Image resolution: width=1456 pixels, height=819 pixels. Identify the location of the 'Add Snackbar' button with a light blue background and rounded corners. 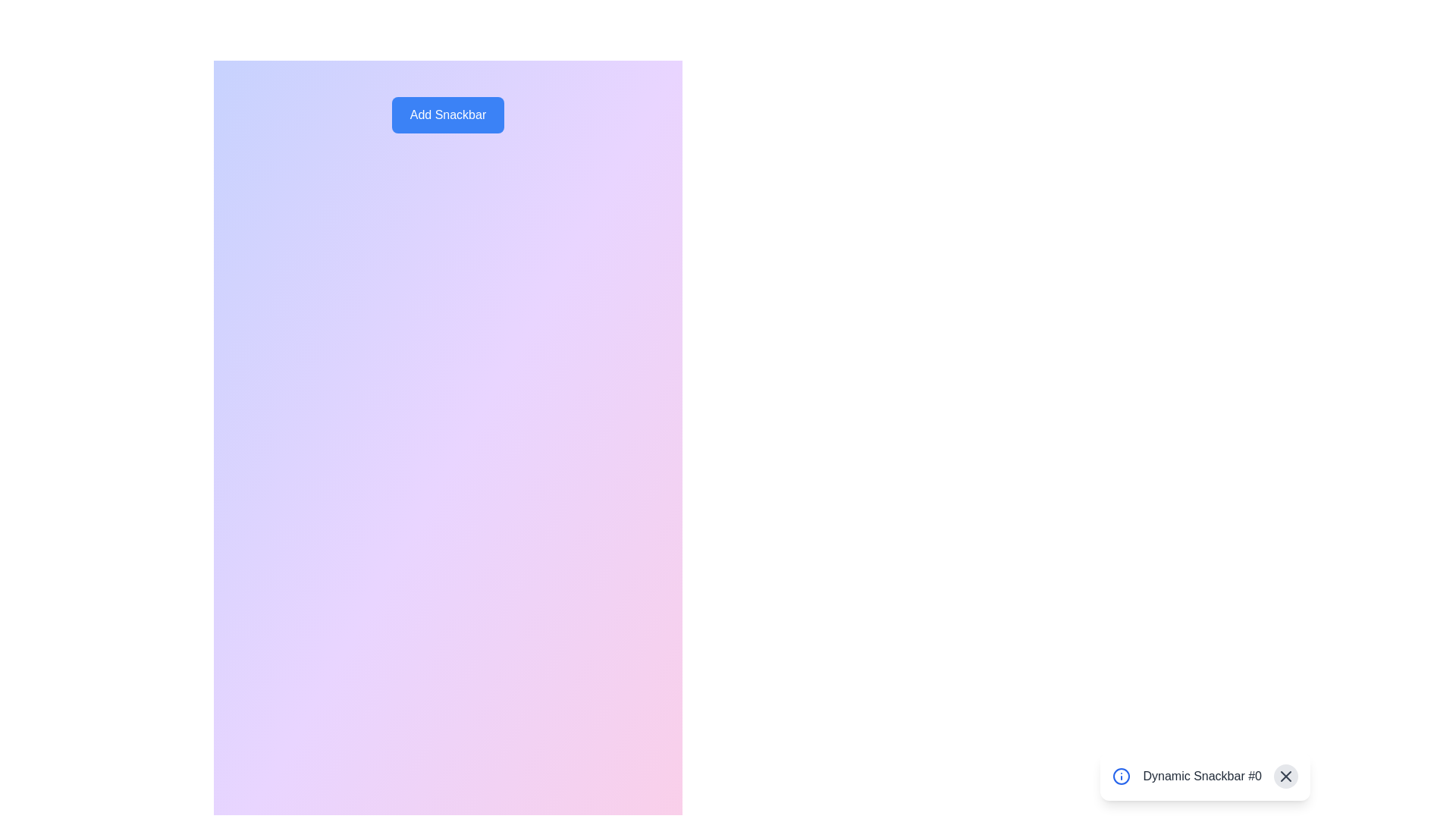
(447, 114).